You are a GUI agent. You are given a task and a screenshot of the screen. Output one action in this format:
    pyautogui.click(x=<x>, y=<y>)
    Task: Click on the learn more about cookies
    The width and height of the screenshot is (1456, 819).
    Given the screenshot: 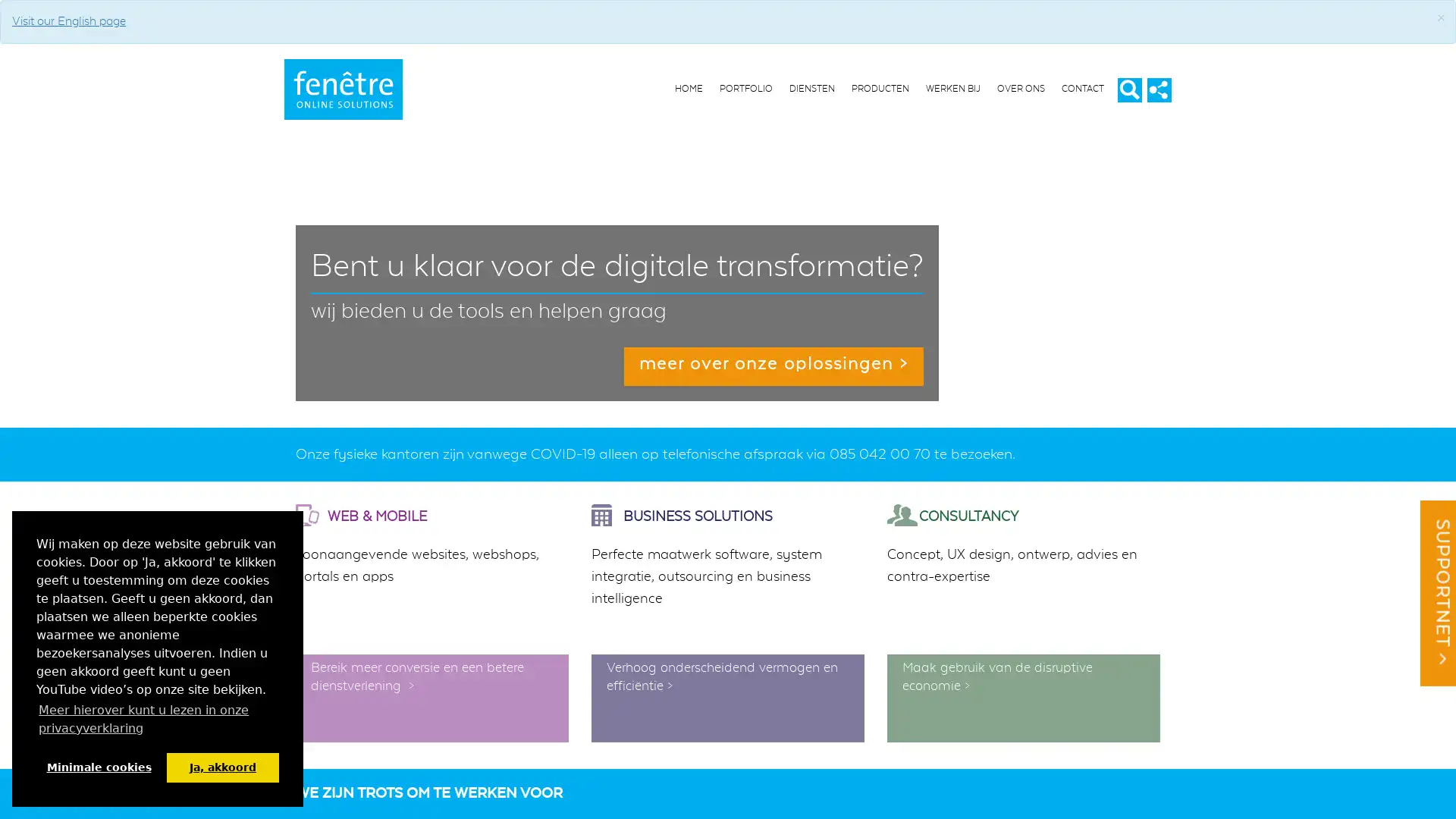 What is the action you would take?
    pyautogui.click(x=157, y=718)
    